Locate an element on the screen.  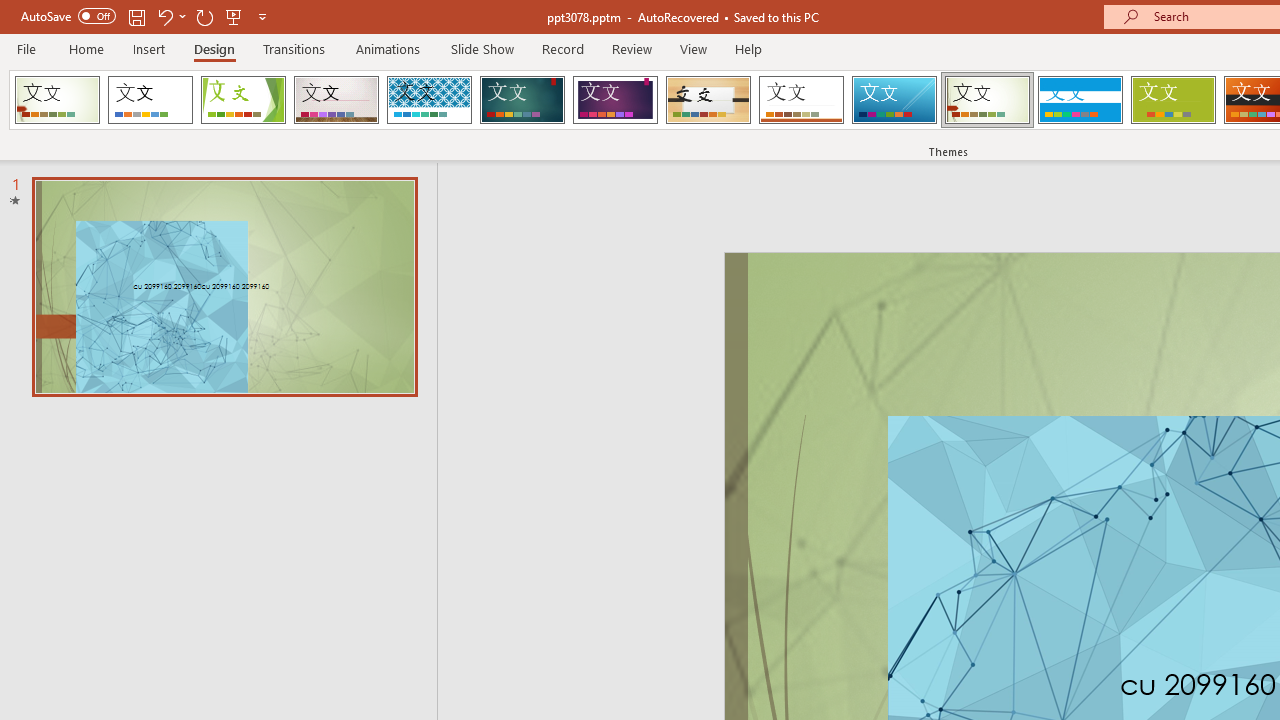
'Gallery' is located at coordinates (336, 100).